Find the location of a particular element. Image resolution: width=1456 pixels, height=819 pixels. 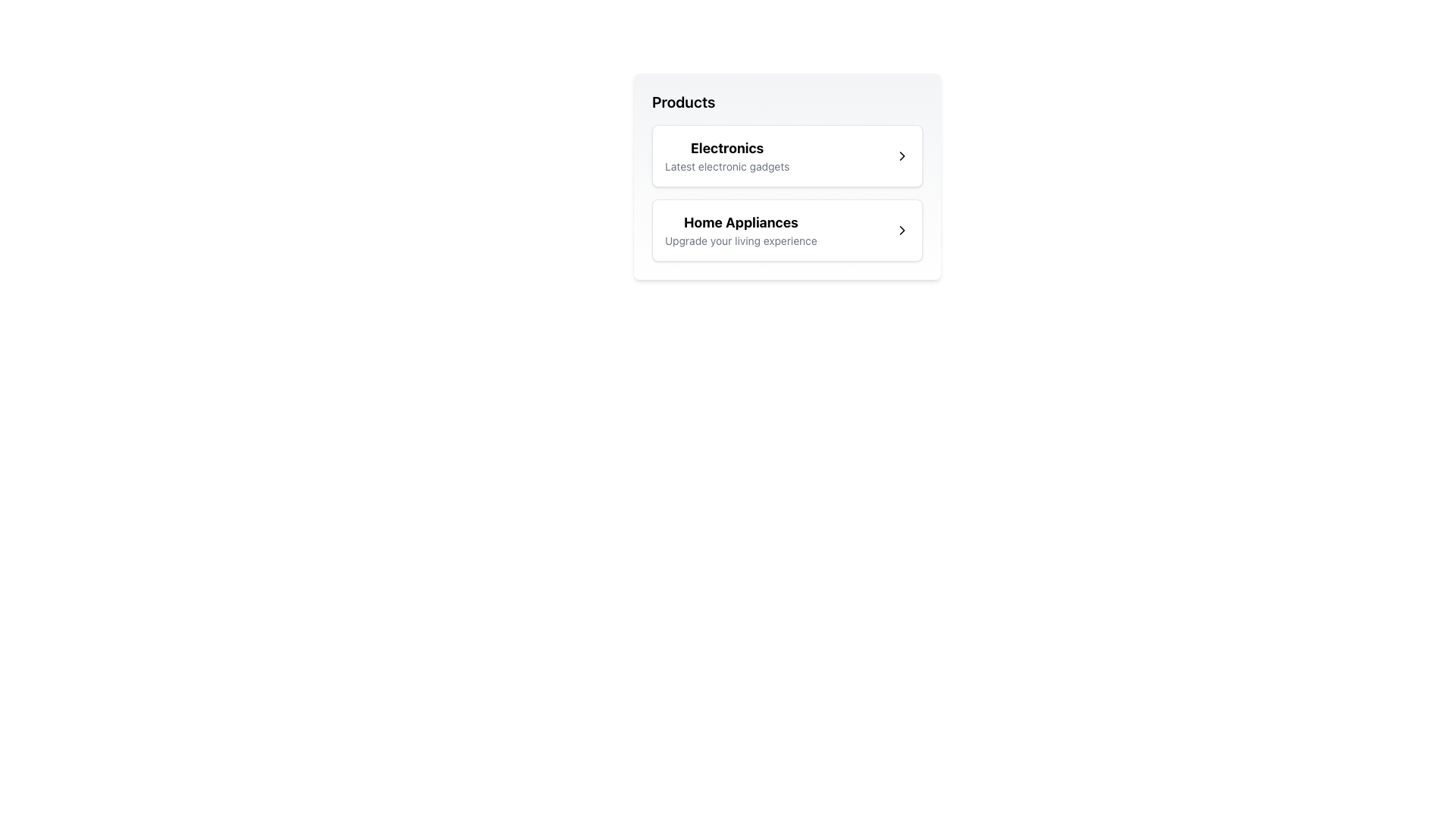

the 'Home Appliances' Navigation Link, which features bold text above a smaller gray subtitle is located at coordinates (741, 231).